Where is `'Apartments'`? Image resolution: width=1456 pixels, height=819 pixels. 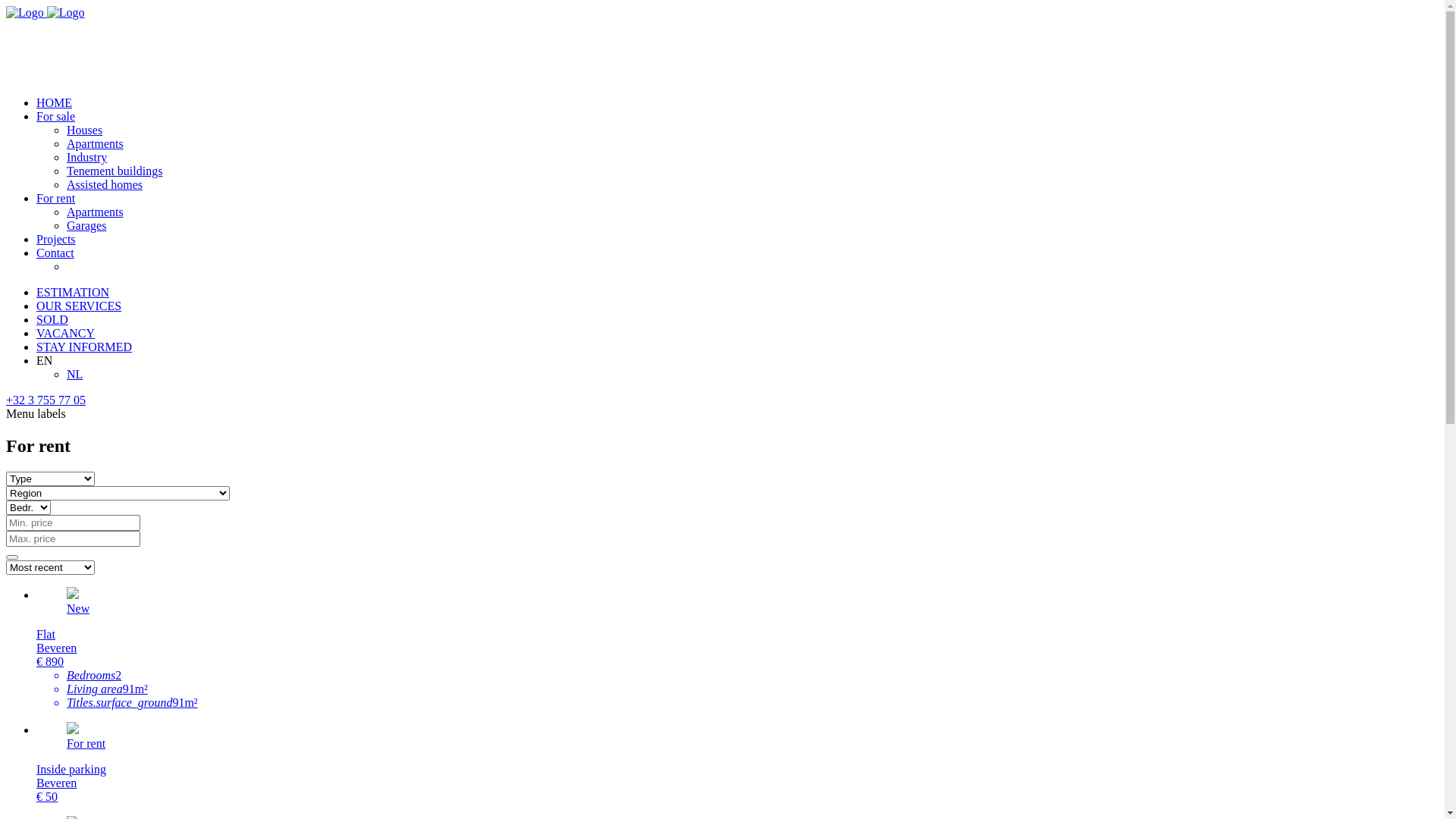 'Apartments' is located at coordinates (94, 143).